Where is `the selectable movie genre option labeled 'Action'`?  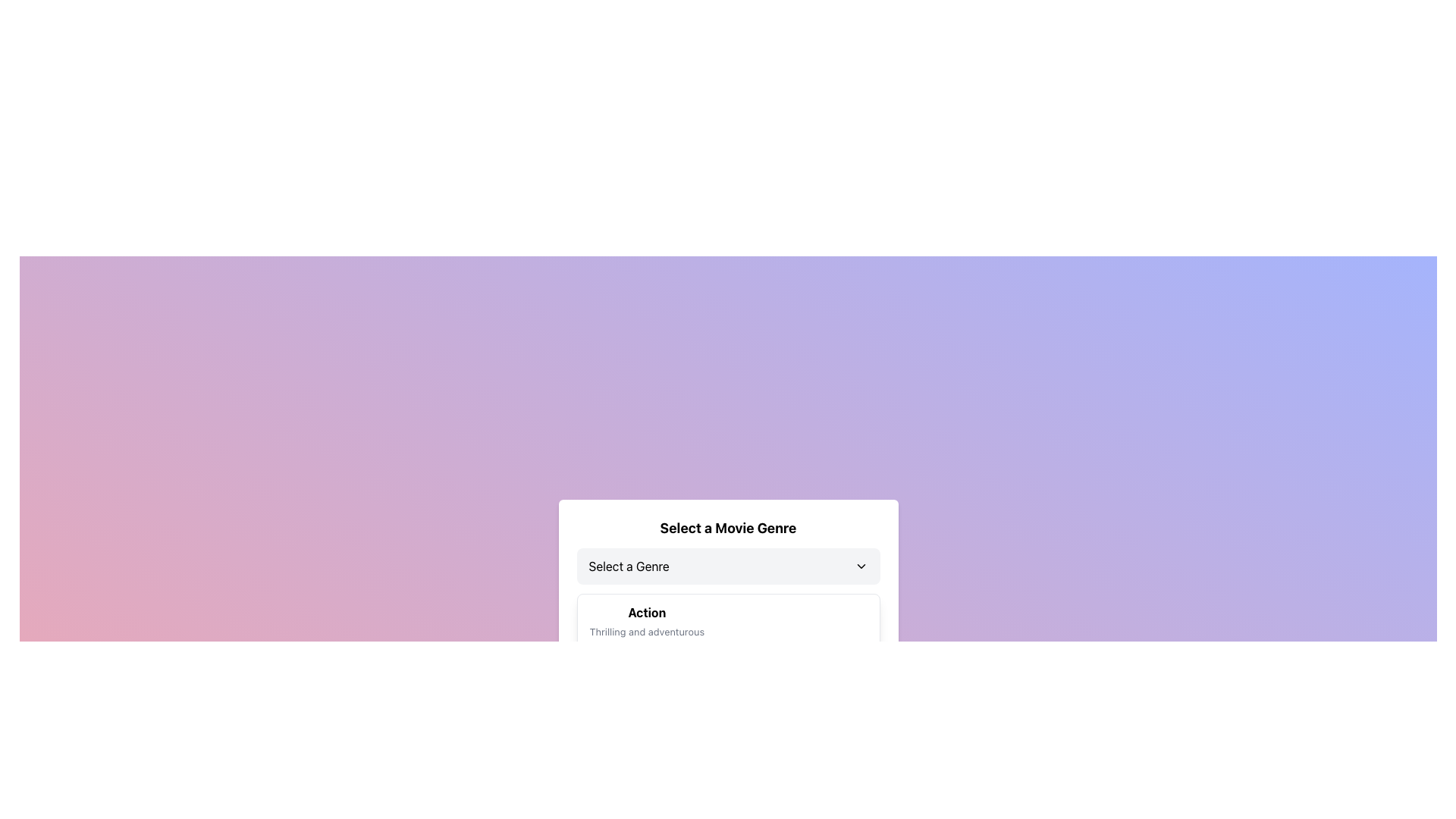
the selectable movie genre option labeled 'Action' is located at coordinates (728, 704).